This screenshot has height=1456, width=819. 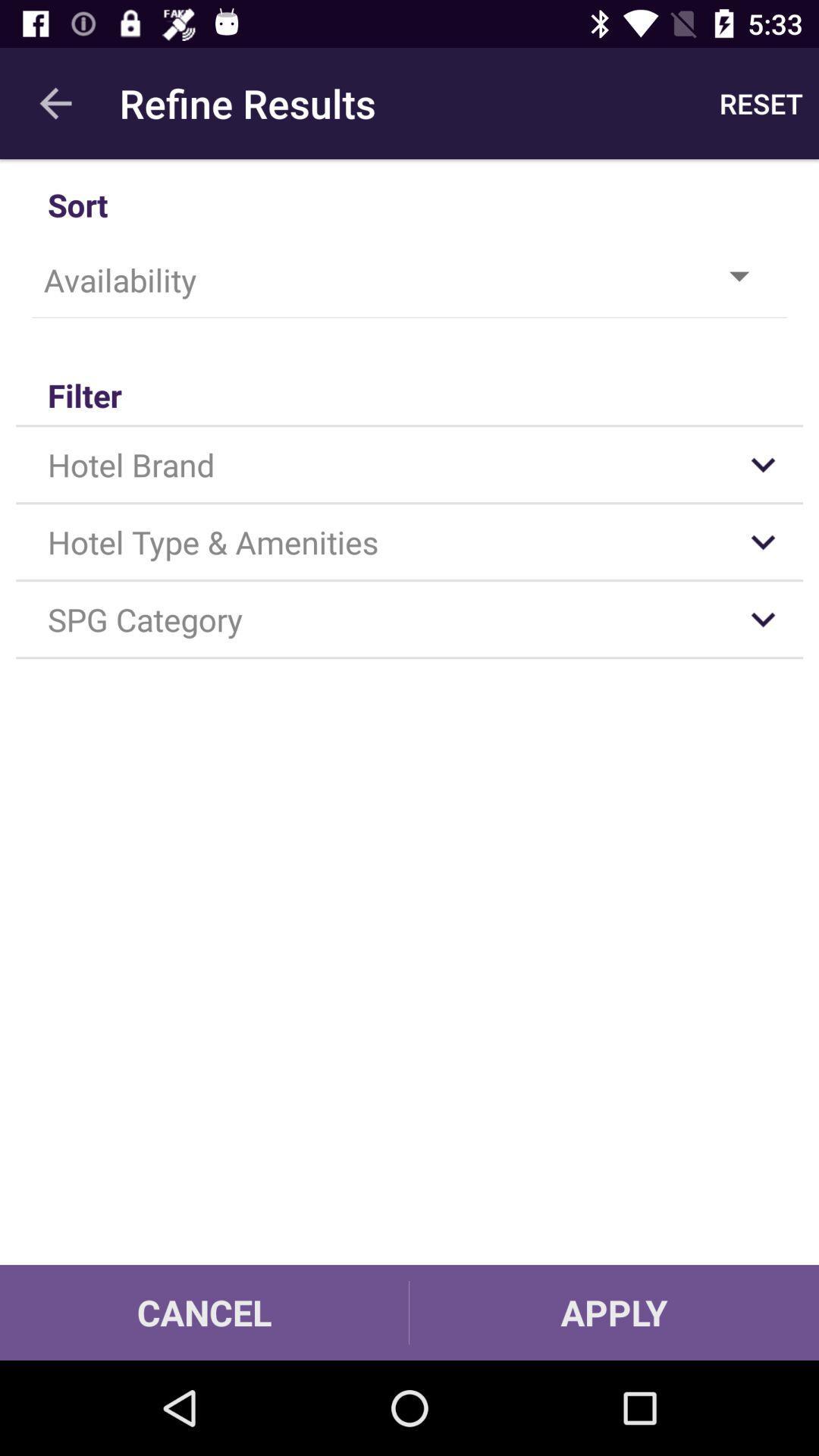 I want to click on item above sort, so click(x=761, y=102).